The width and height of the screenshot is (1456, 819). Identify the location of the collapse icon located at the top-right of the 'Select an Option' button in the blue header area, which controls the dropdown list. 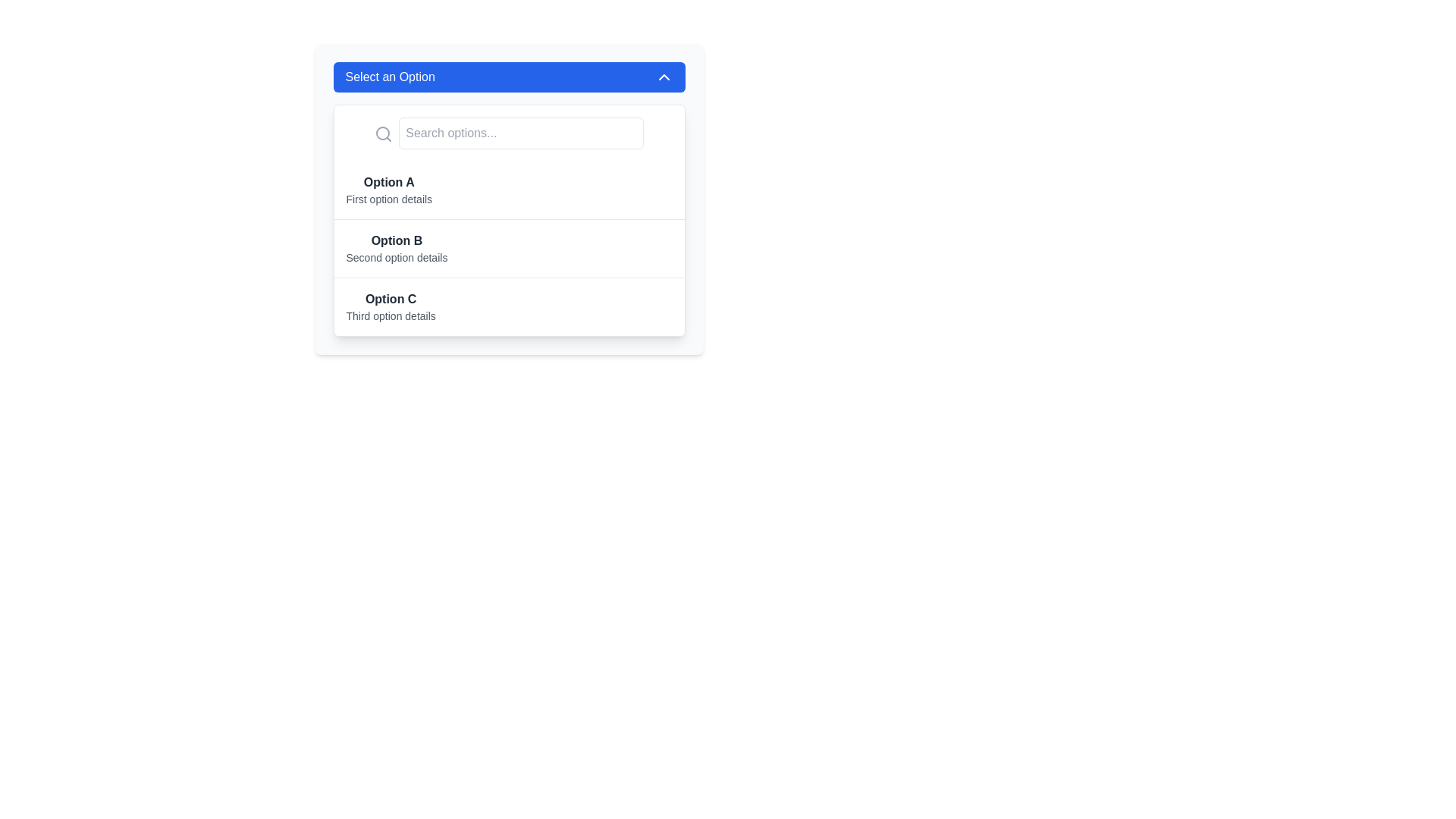
(664, 77).